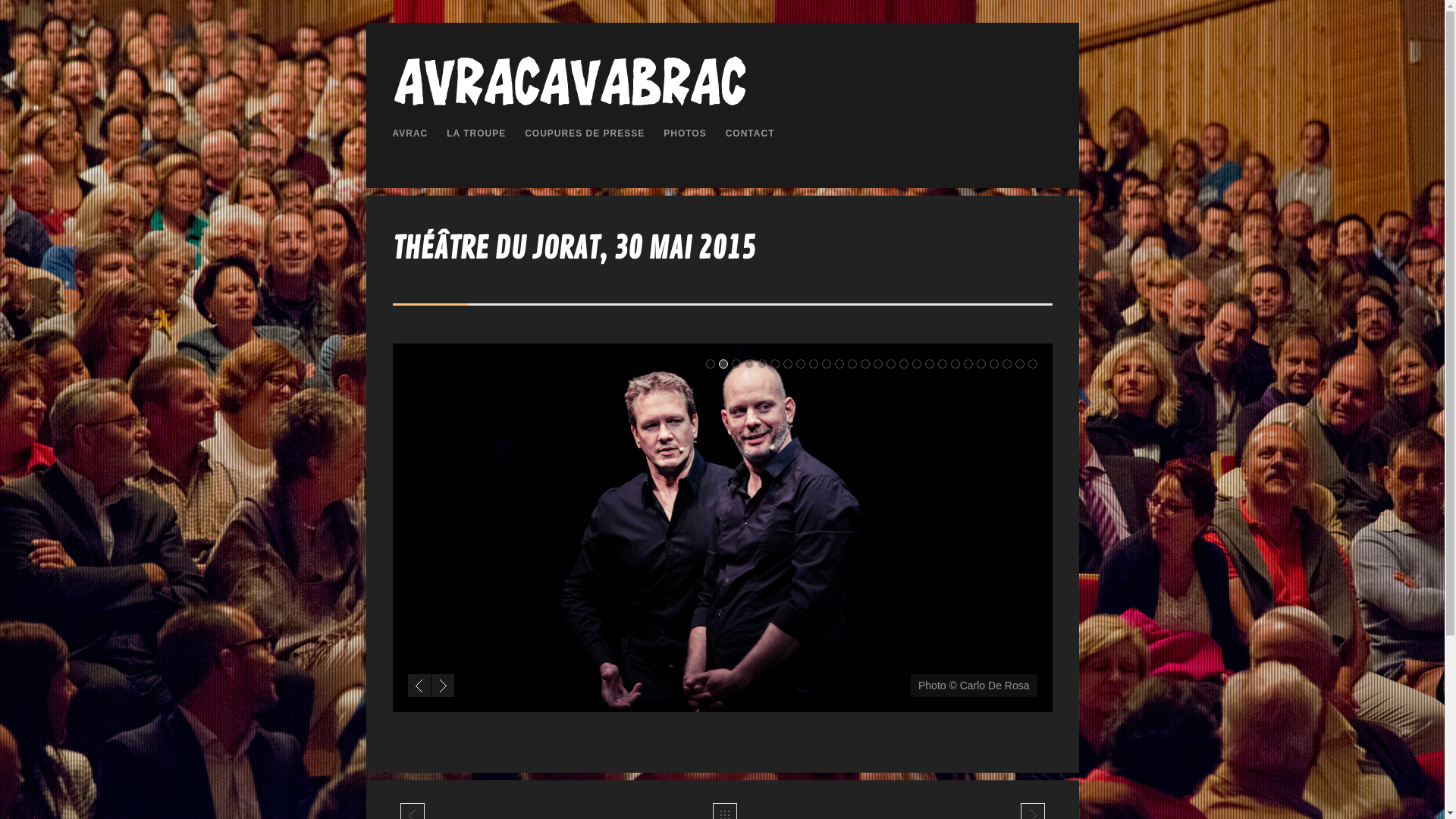  I want to click on '6', so click(775, 363).